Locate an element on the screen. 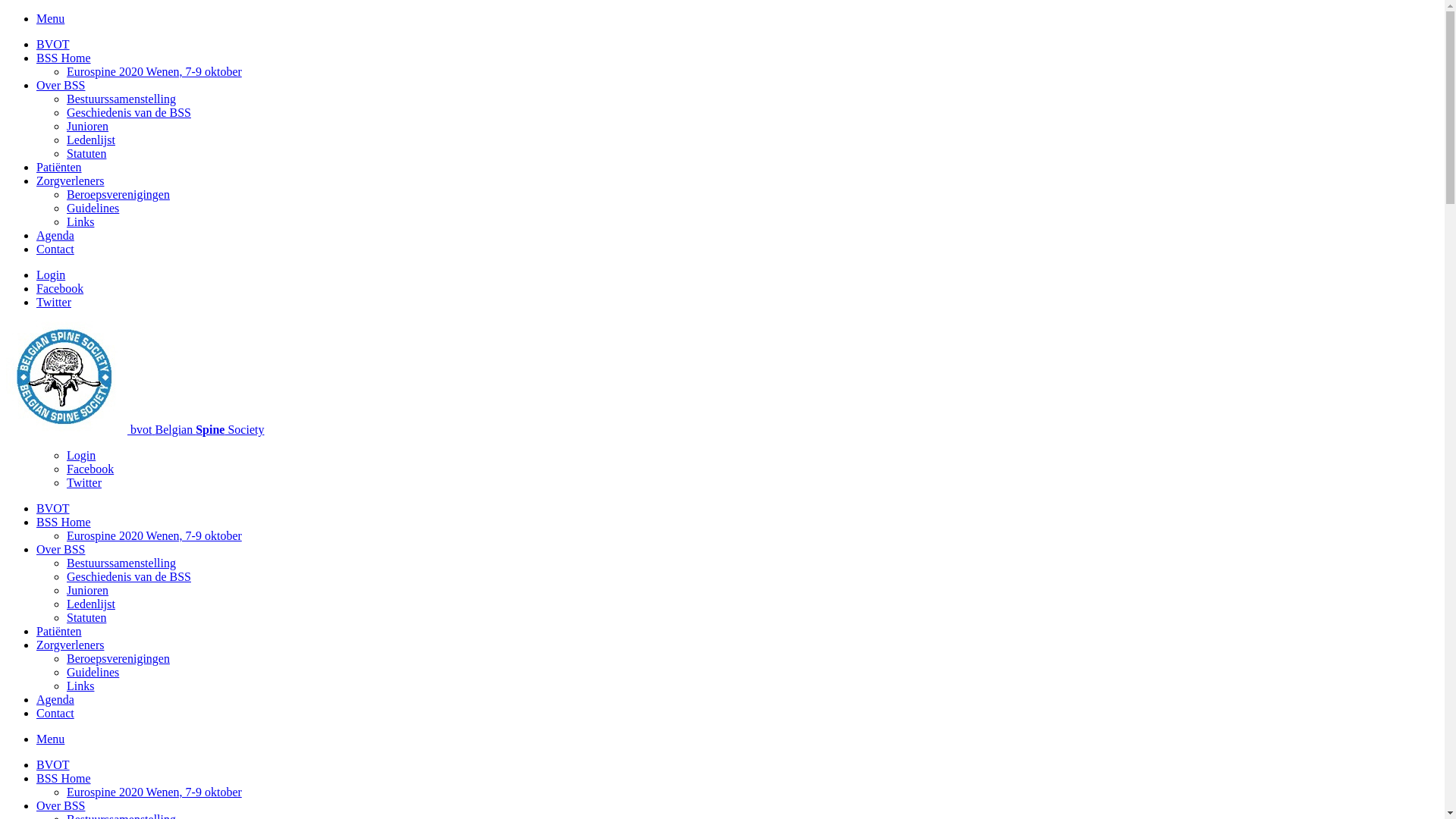  'Ledenlijst' is located at coordinates (90, 140).